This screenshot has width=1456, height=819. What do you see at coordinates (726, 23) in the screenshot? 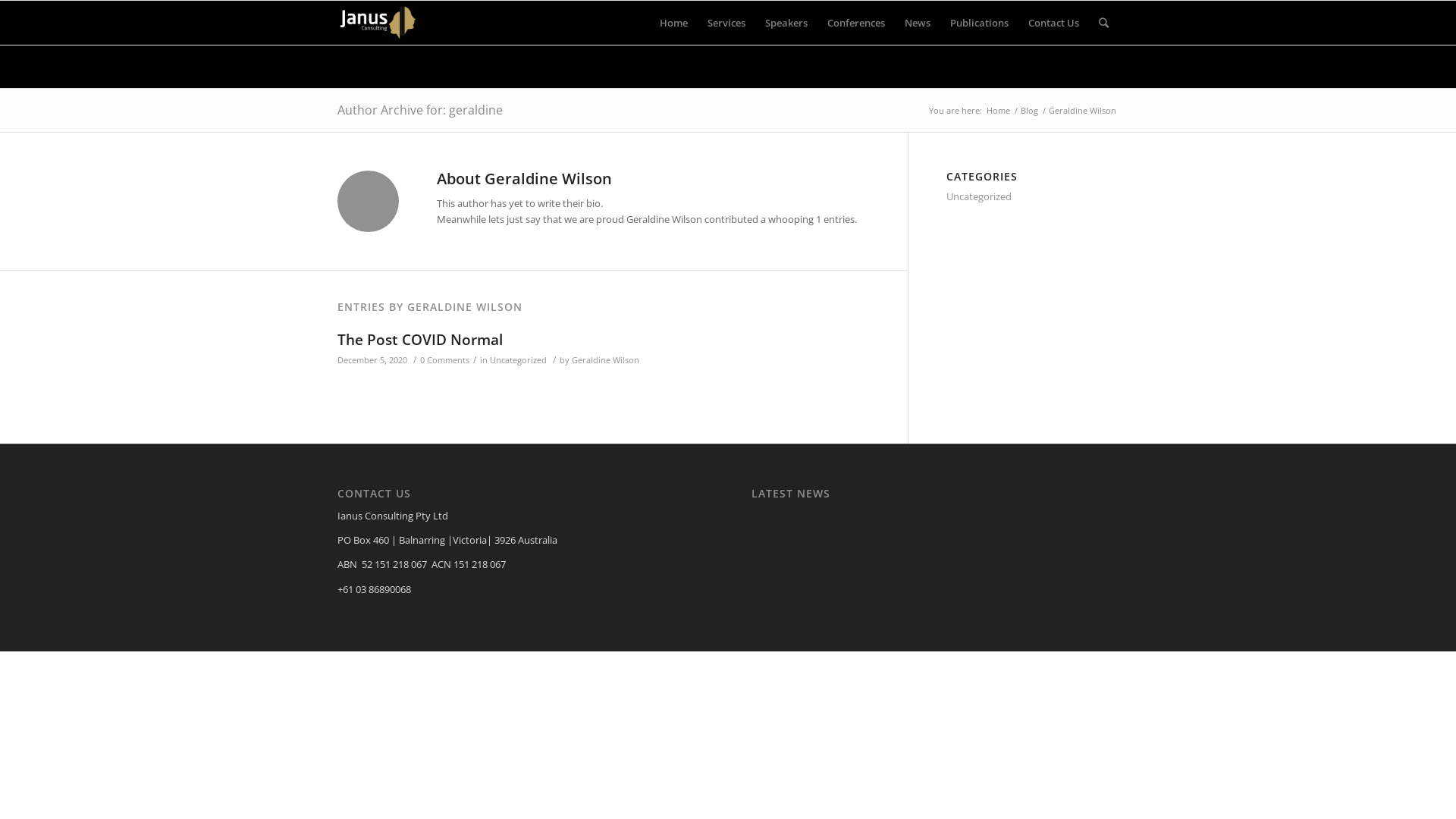
I see `'Services'` at bounding box center [726, 23].